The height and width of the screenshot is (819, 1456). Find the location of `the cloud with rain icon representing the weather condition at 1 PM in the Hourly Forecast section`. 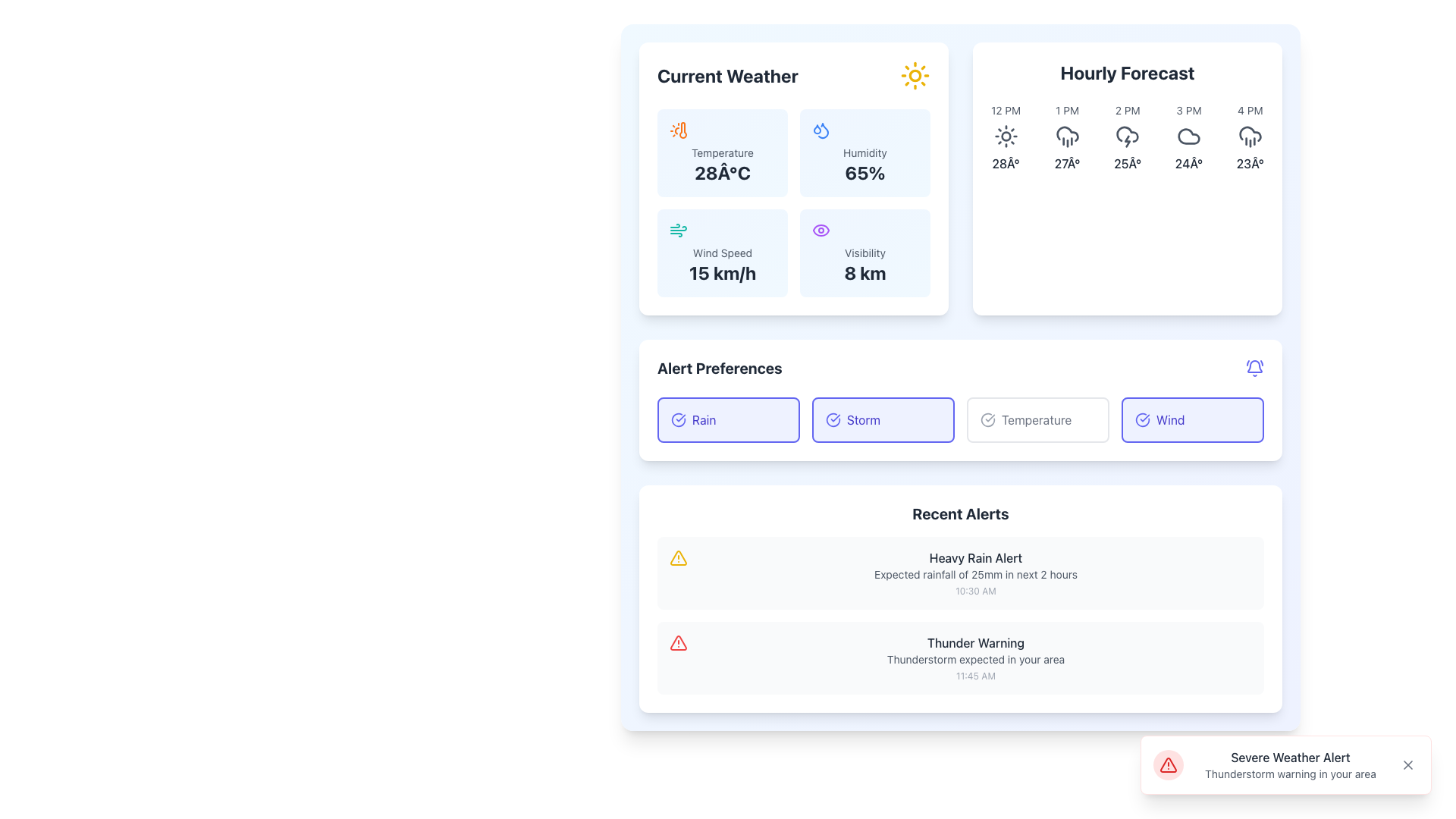

the cloud with rain icon representing the weather condition at 1 PM in the Hourly Forecast section is located at coordinates (1066, 133).